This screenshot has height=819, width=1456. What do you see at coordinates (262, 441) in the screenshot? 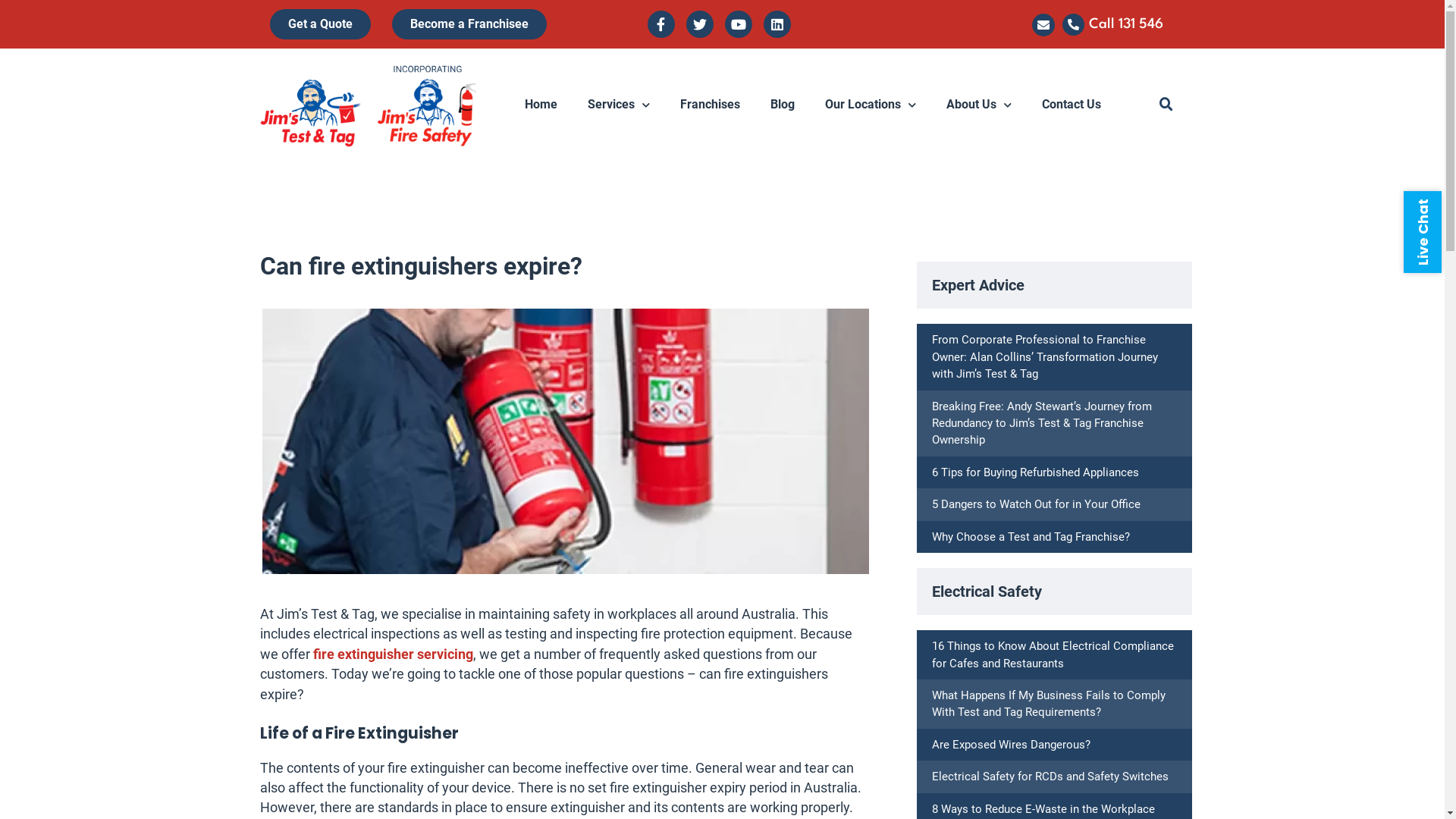
I see `'fire-protection-testing'` at bounding box center [262, 441].